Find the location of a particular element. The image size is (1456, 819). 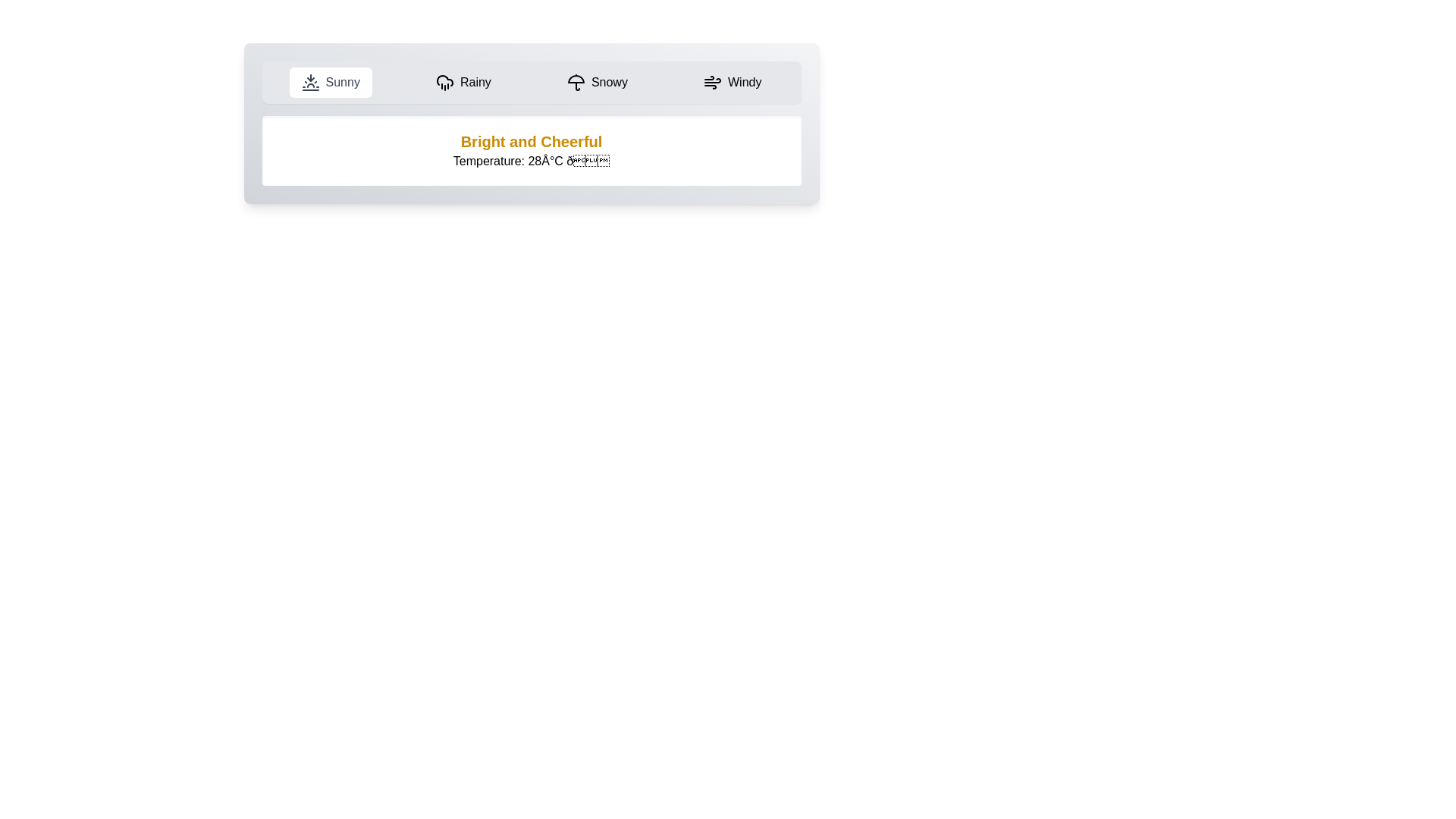

the Windy tab to display its content is located at coordinates (733, 82).